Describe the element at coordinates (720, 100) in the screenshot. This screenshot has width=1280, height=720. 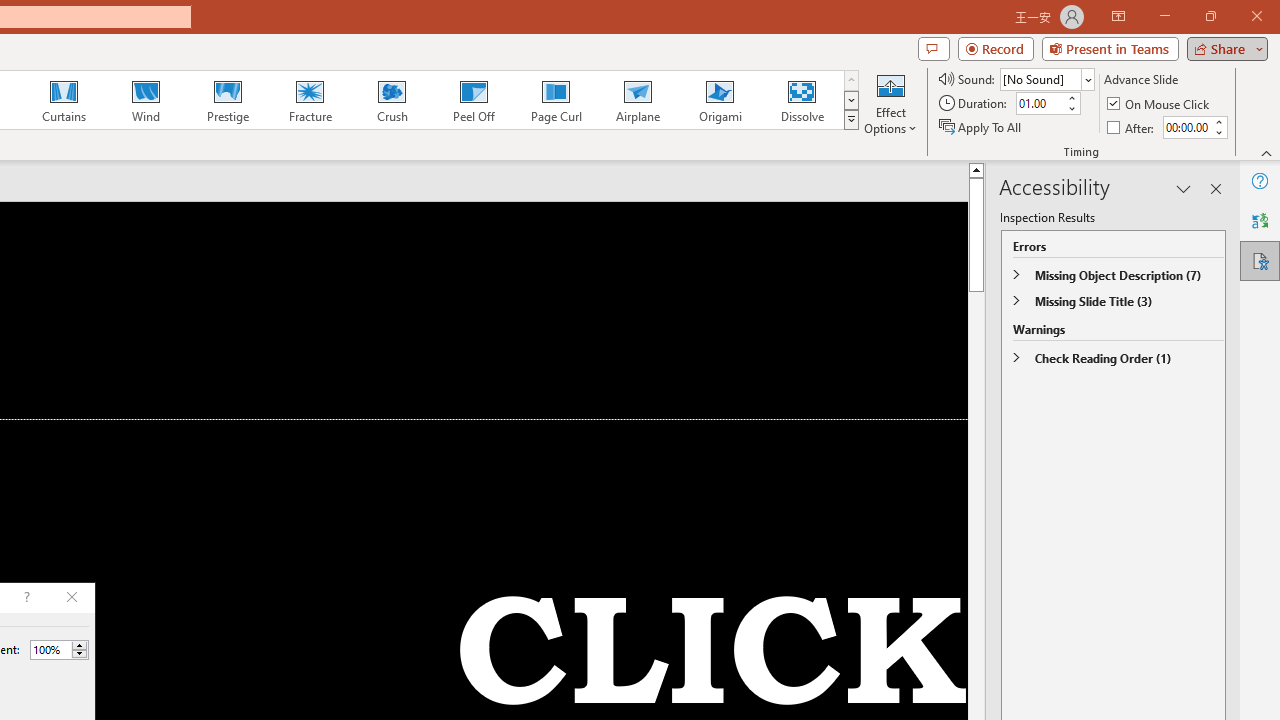
I see `'Origami'` at that location.